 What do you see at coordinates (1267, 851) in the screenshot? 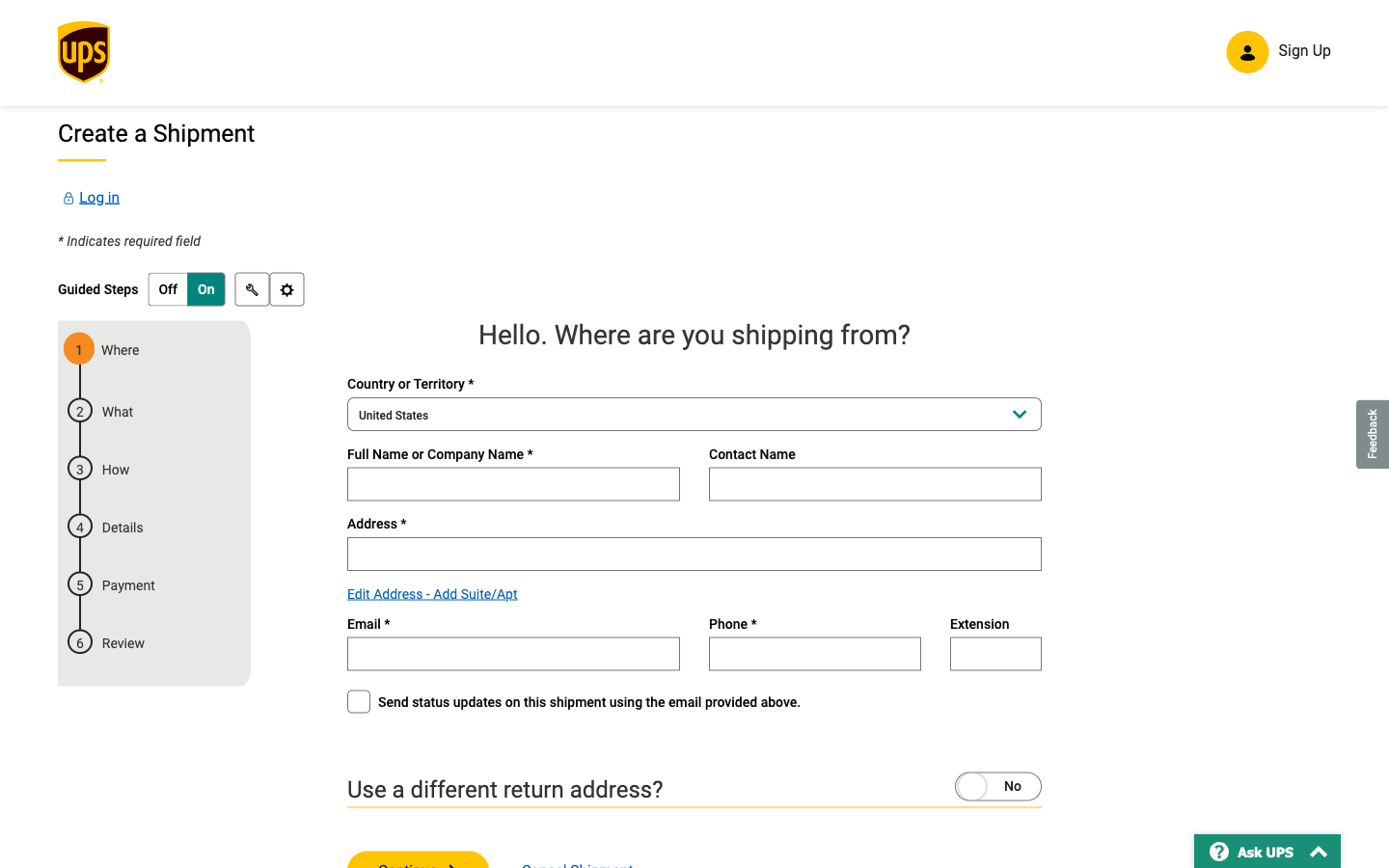
I see `Ask the virtual assistant questions by clicking on "Ask UPS` at bounding box center [1267, 851].